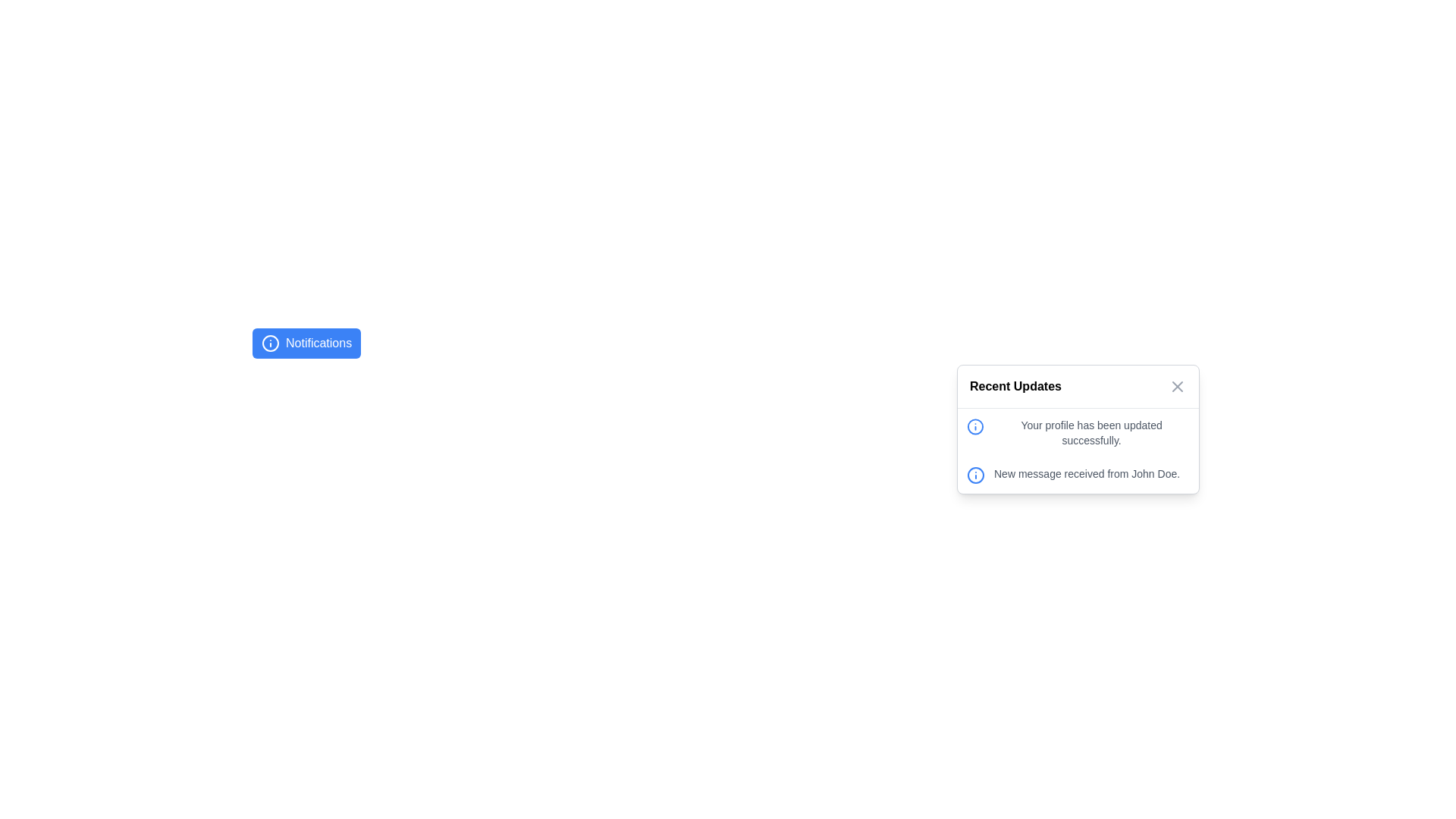  What do you see at coordinates (270, 343) in the screenshot?
I see `the circular blue icon with a white border that resembles an information icon, located adjacent to the 'Notifications' text` at bounding box center [270, 343].